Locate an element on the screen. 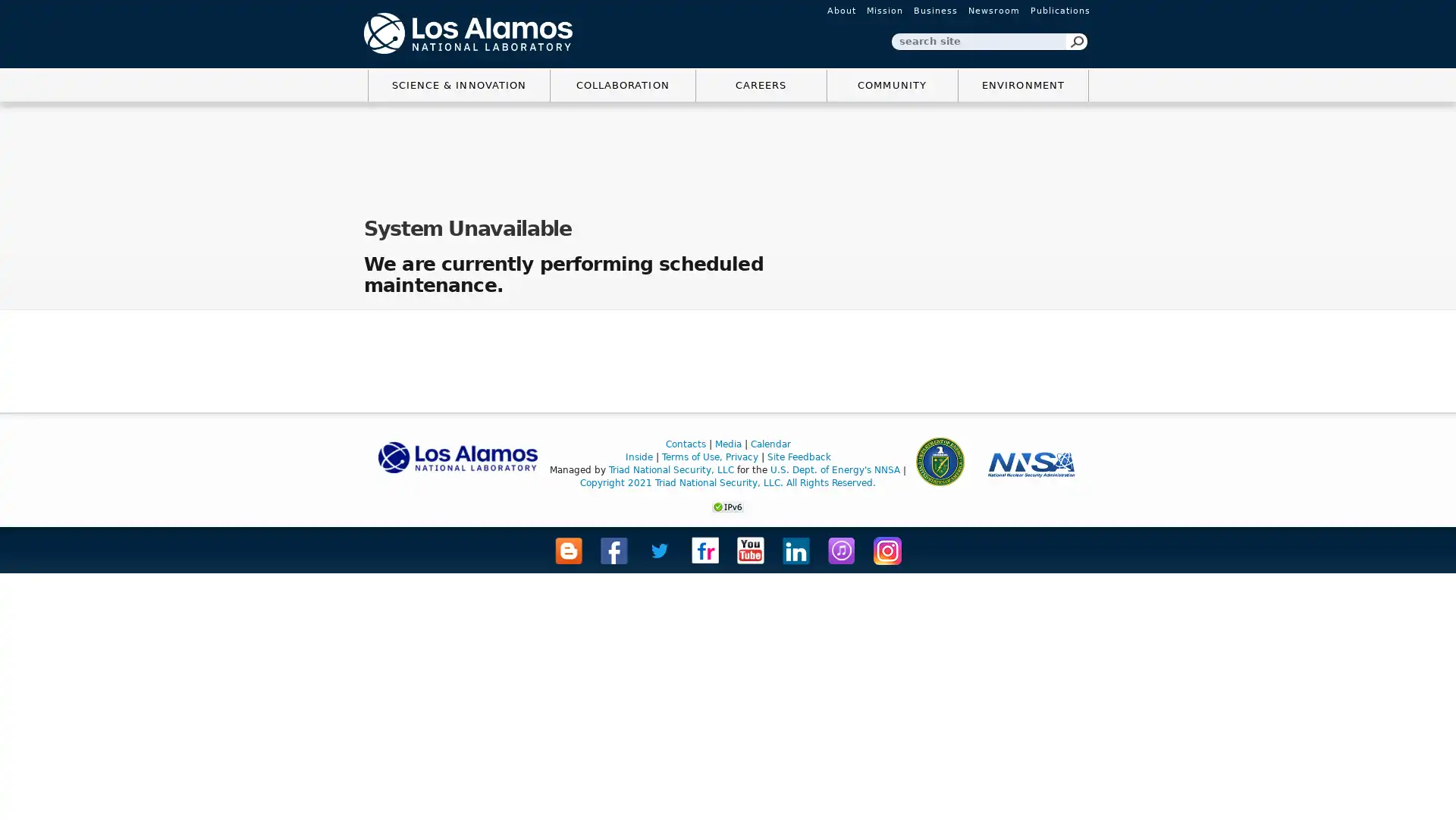  Search Button is located at coordinates (1076, 40).